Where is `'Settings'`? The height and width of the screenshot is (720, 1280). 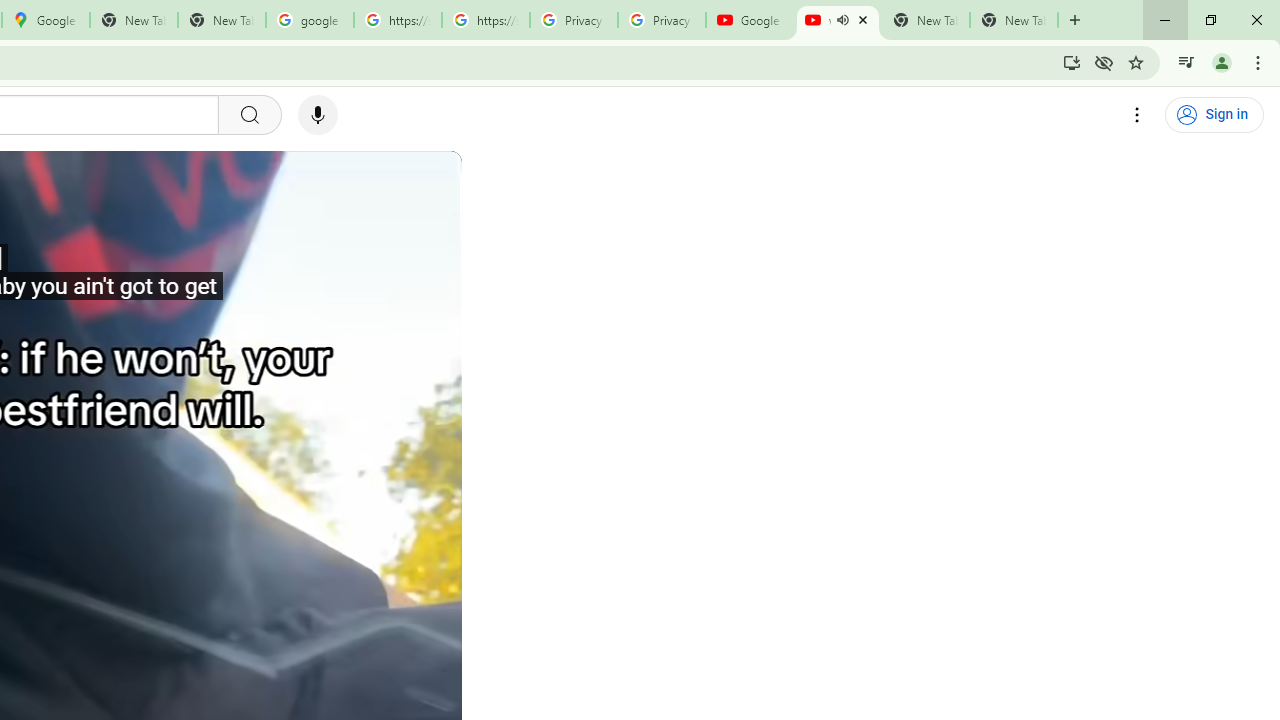
'Settings' is located at coordinates (1137, 115).